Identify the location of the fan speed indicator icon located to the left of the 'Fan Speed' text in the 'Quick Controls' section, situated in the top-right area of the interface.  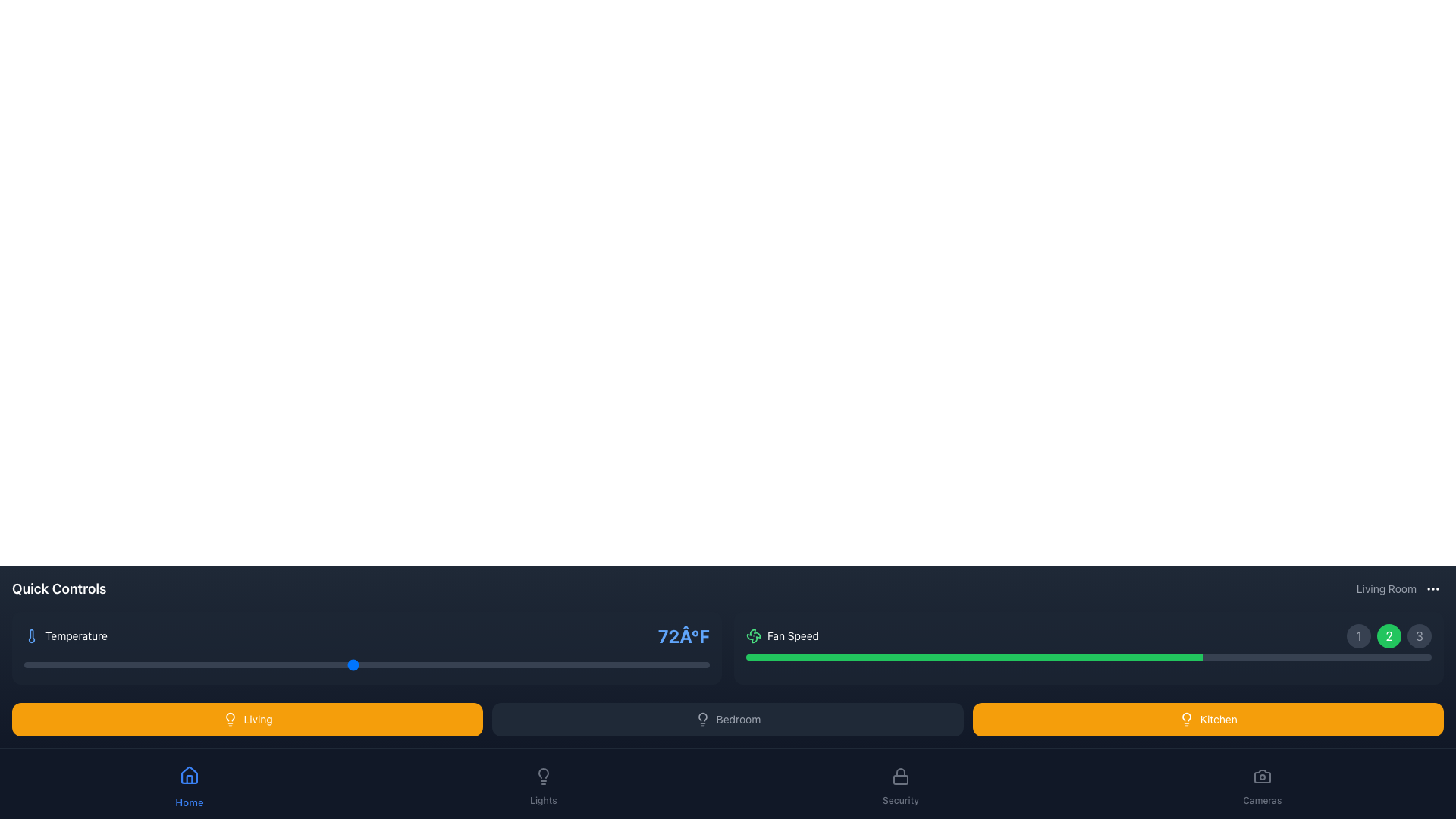
(753, 636).